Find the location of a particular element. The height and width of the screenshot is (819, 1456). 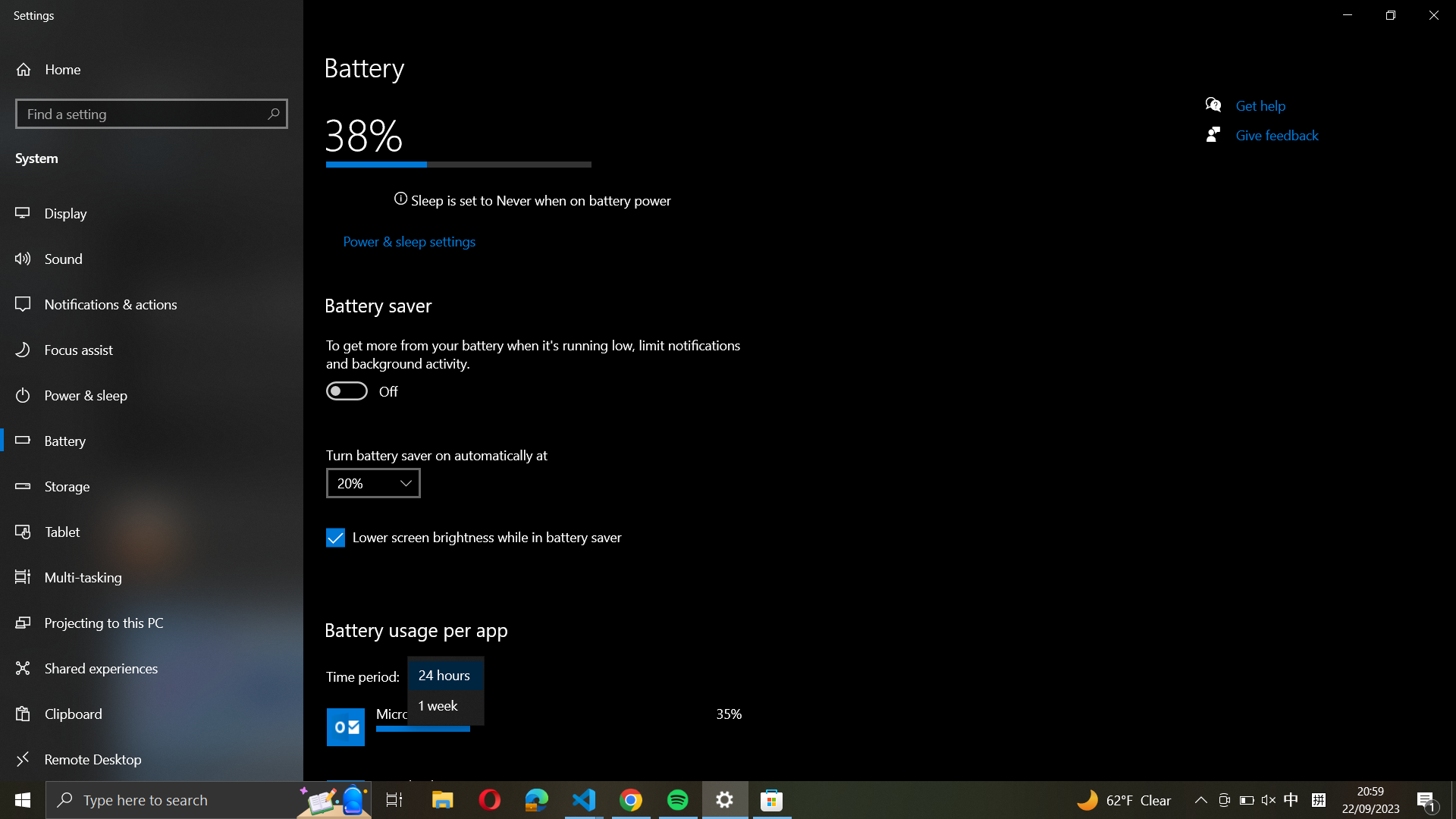

the Home options from the left side panel is located at coordinates (73, 69).